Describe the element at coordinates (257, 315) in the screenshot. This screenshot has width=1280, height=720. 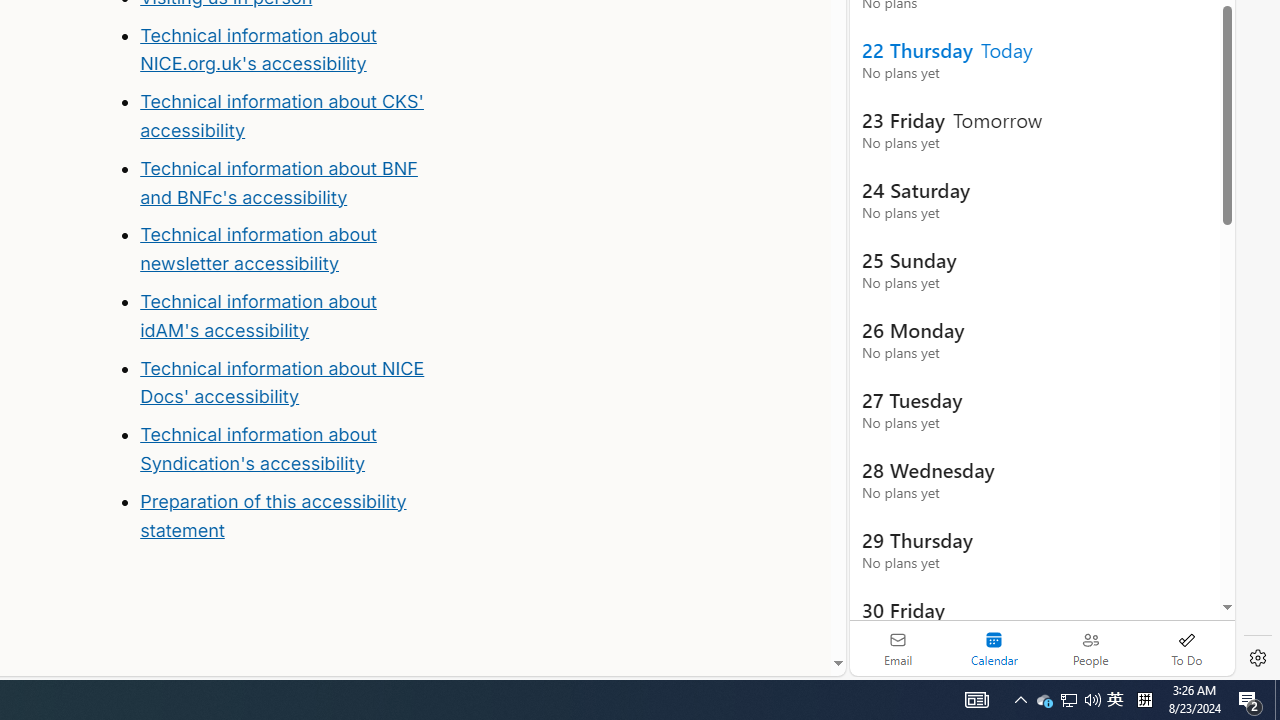
I see `'Technical information about idAM'` at that location.